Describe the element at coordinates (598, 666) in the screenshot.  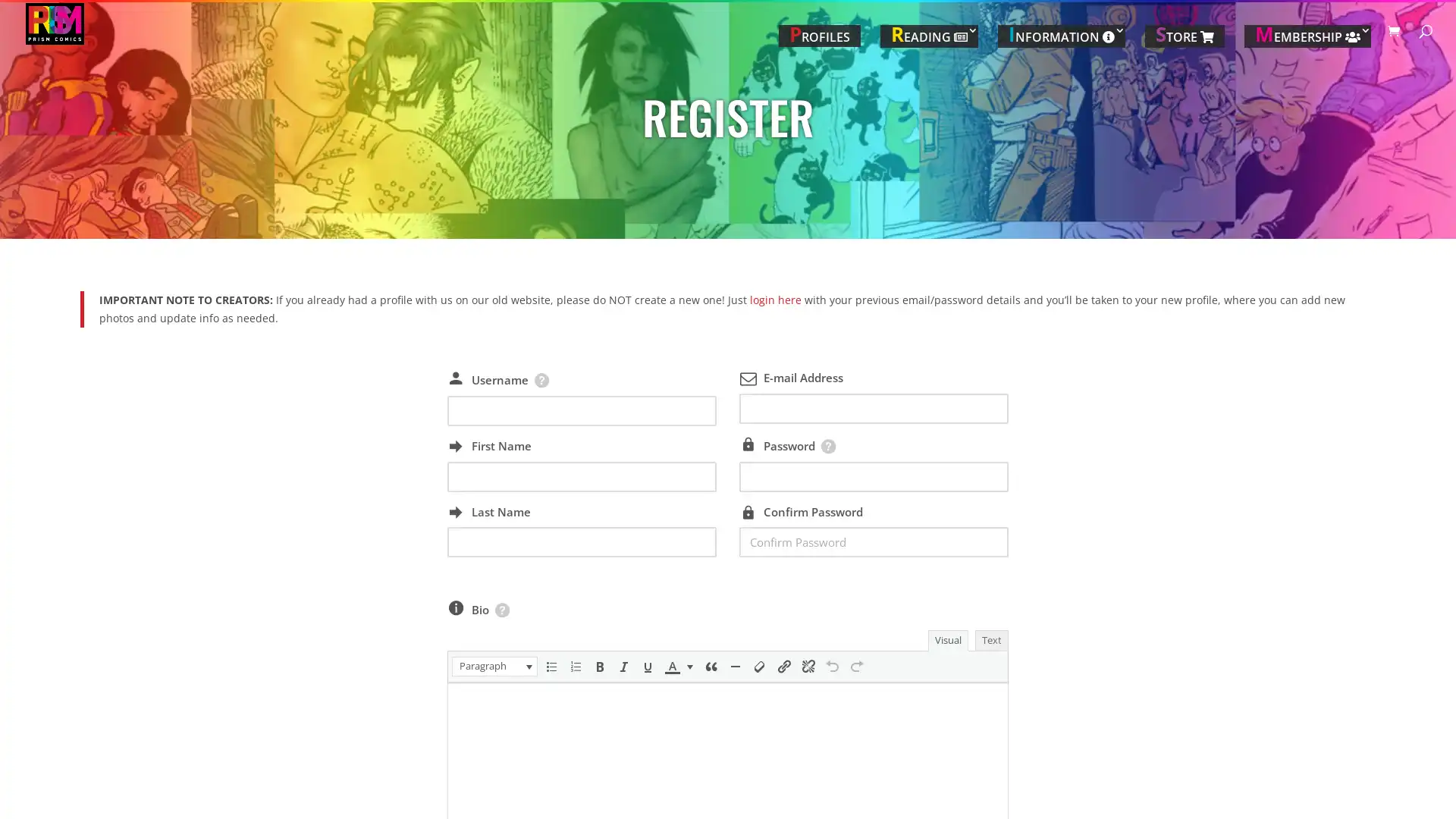
I see `Bold (B)` at that location.